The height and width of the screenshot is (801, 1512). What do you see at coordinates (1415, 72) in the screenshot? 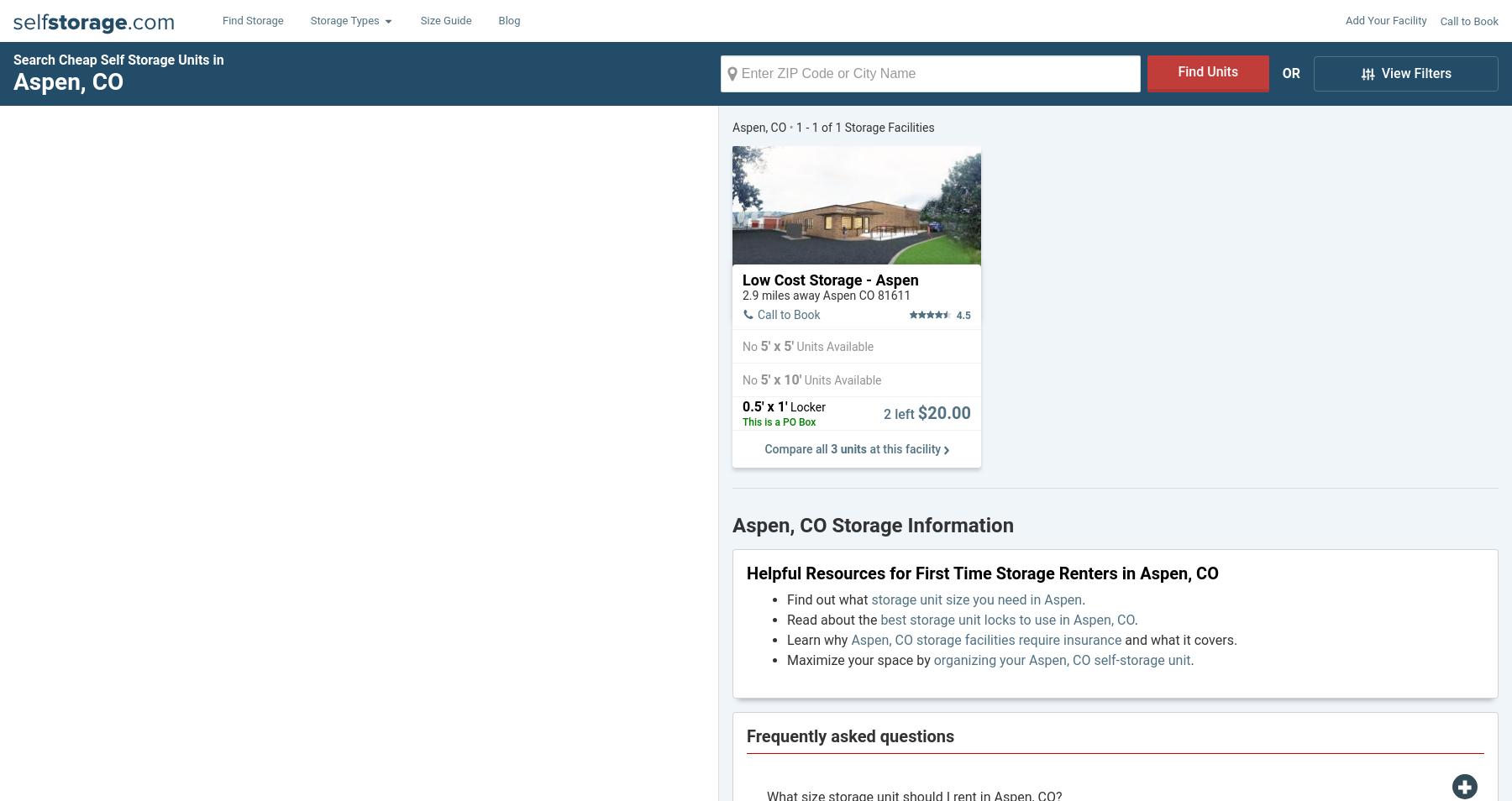
I see `'View Filters'` at bounding box center [1415, 72].